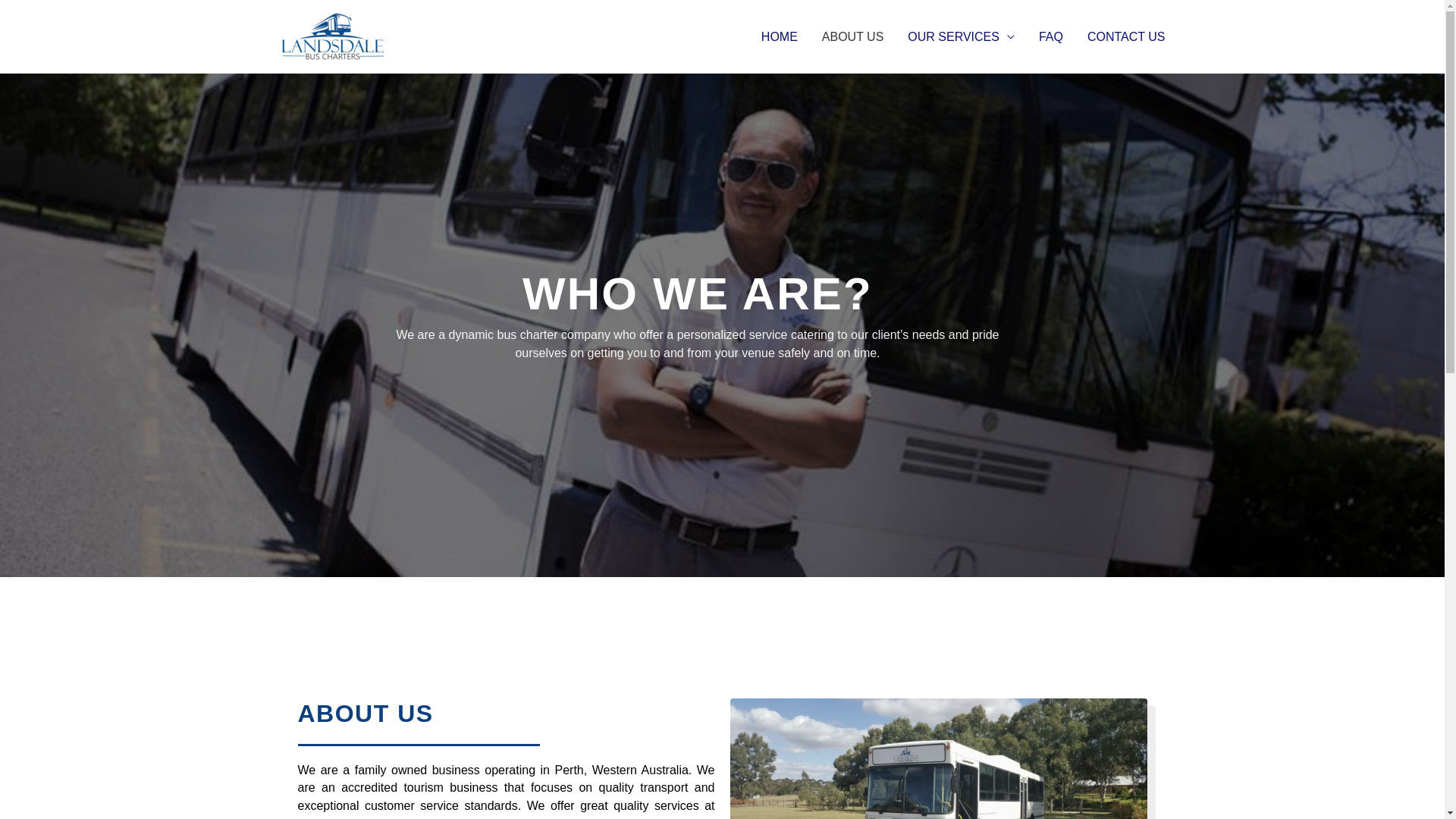  I want to click on 'OUR SERVICES', so click(960, 35).